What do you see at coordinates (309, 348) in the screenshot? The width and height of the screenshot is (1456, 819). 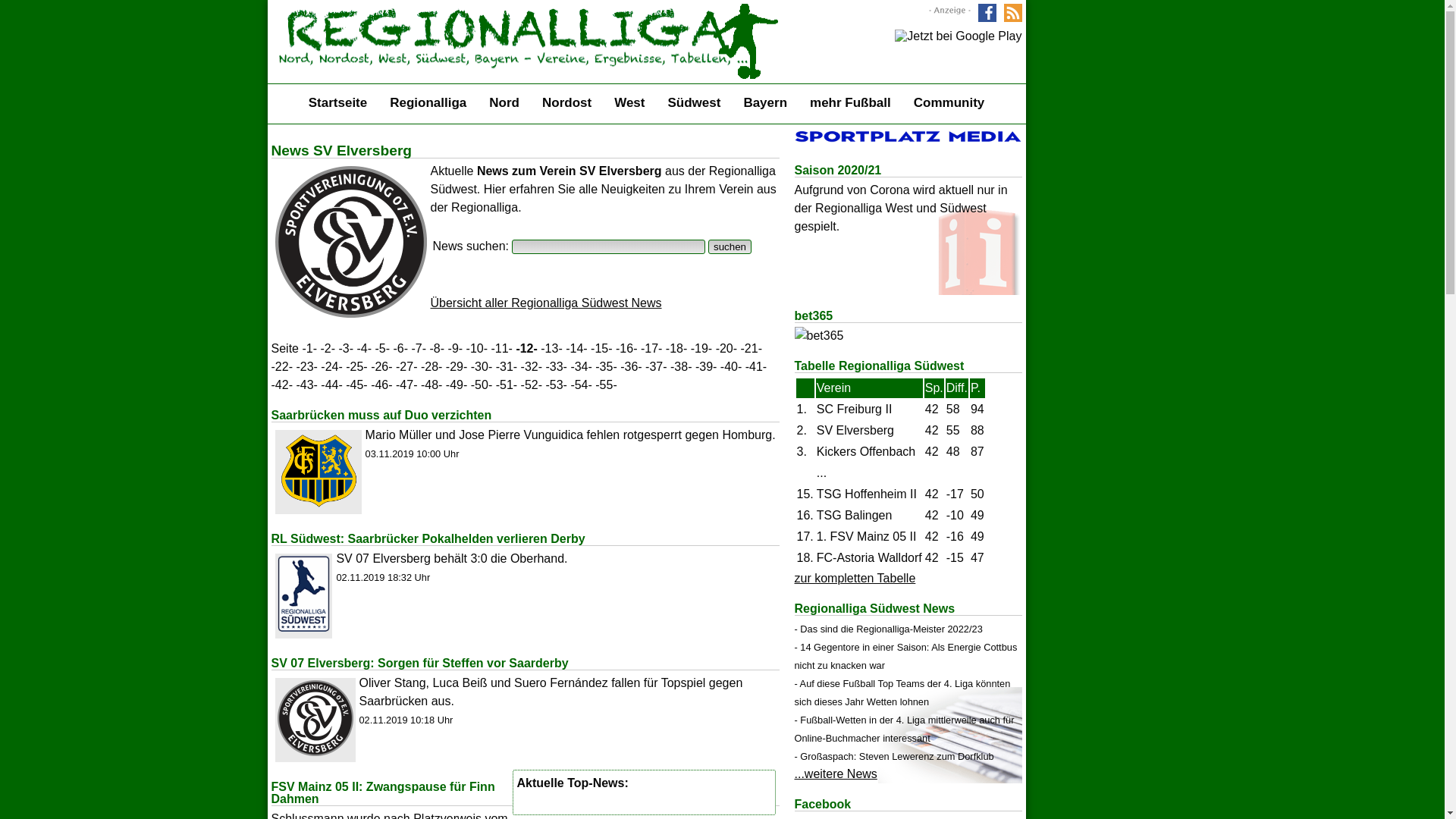 I see `'-1-'` at bounding box center [309, 348].